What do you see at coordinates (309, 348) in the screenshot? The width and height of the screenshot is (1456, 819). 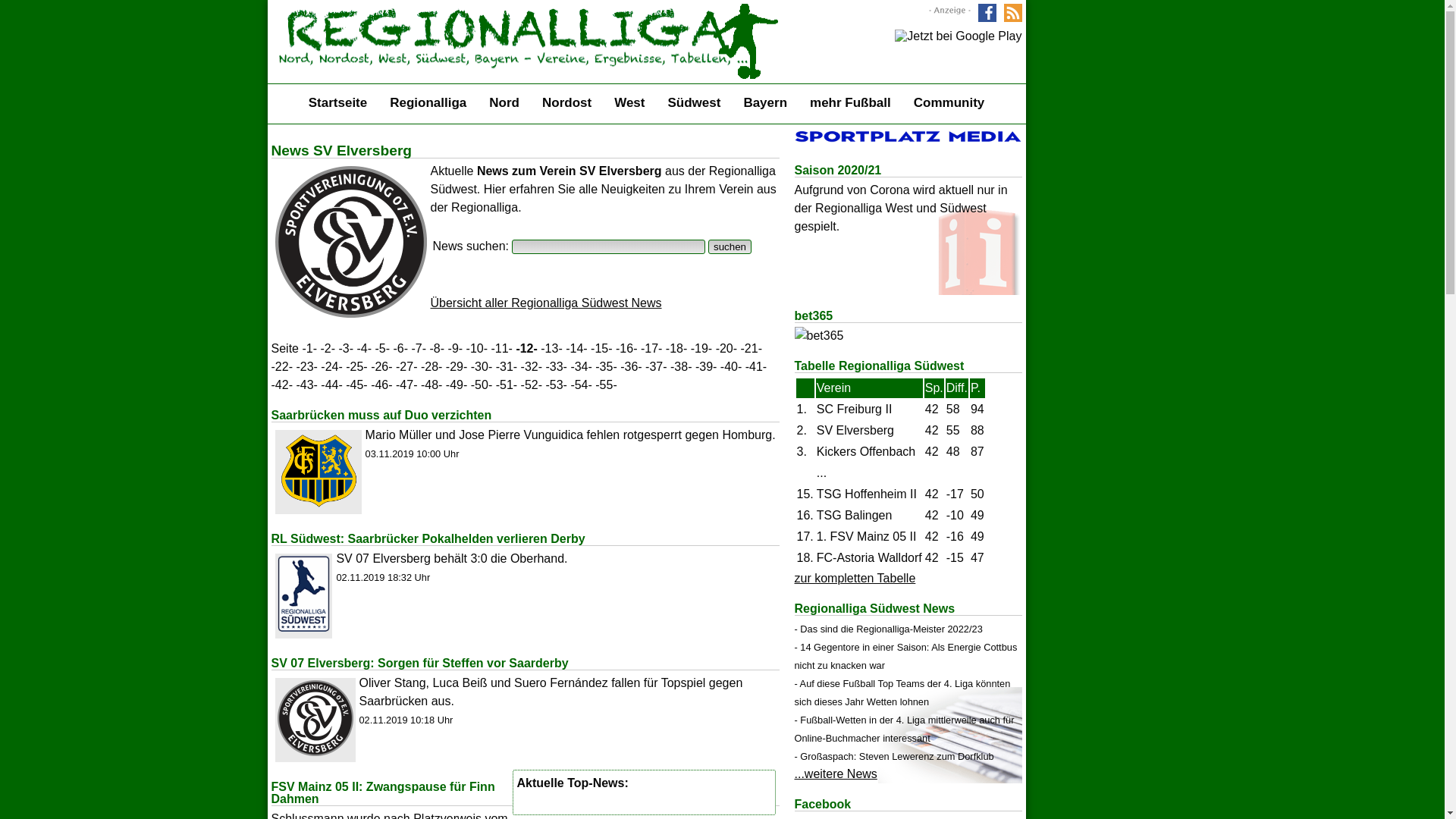 I see `'-1-'` at bounding box center [309, 348].